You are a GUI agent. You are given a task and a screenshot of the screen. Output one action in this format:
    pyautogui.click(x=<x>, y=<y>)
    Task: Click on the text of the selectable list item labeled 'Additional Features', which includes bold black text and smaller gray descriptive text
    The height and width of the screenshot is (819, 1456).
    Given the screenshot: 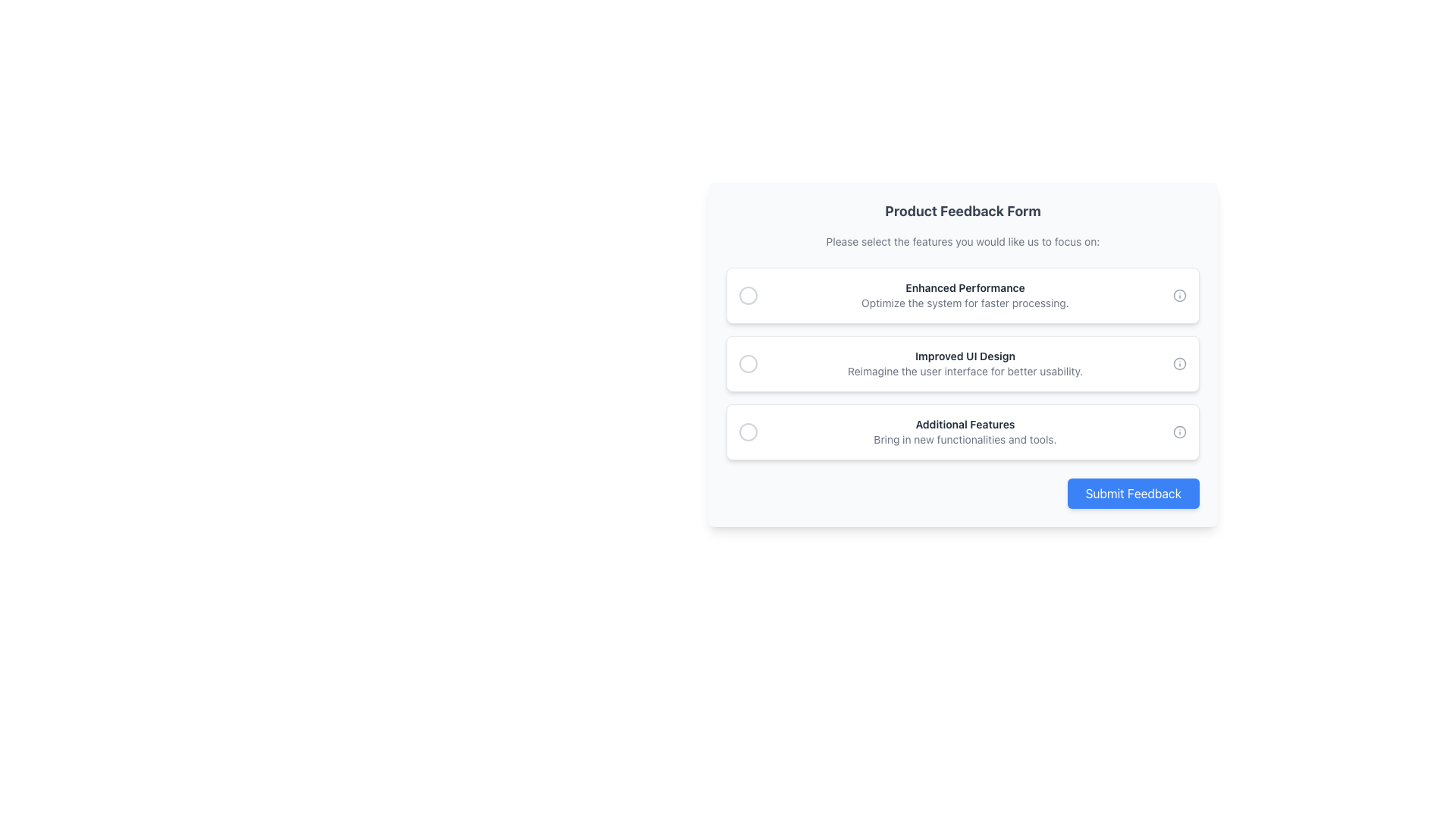 What is the action you would take?
    pyautogui.click(x=962, y=432)
    